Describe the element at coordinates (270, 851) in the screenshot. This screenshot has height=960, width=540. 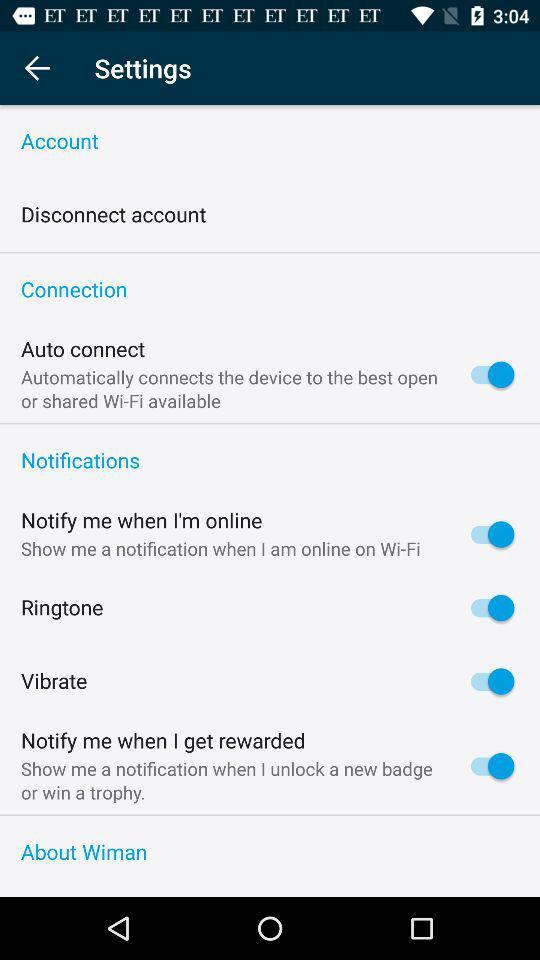
I see `about wiman item` at that location.